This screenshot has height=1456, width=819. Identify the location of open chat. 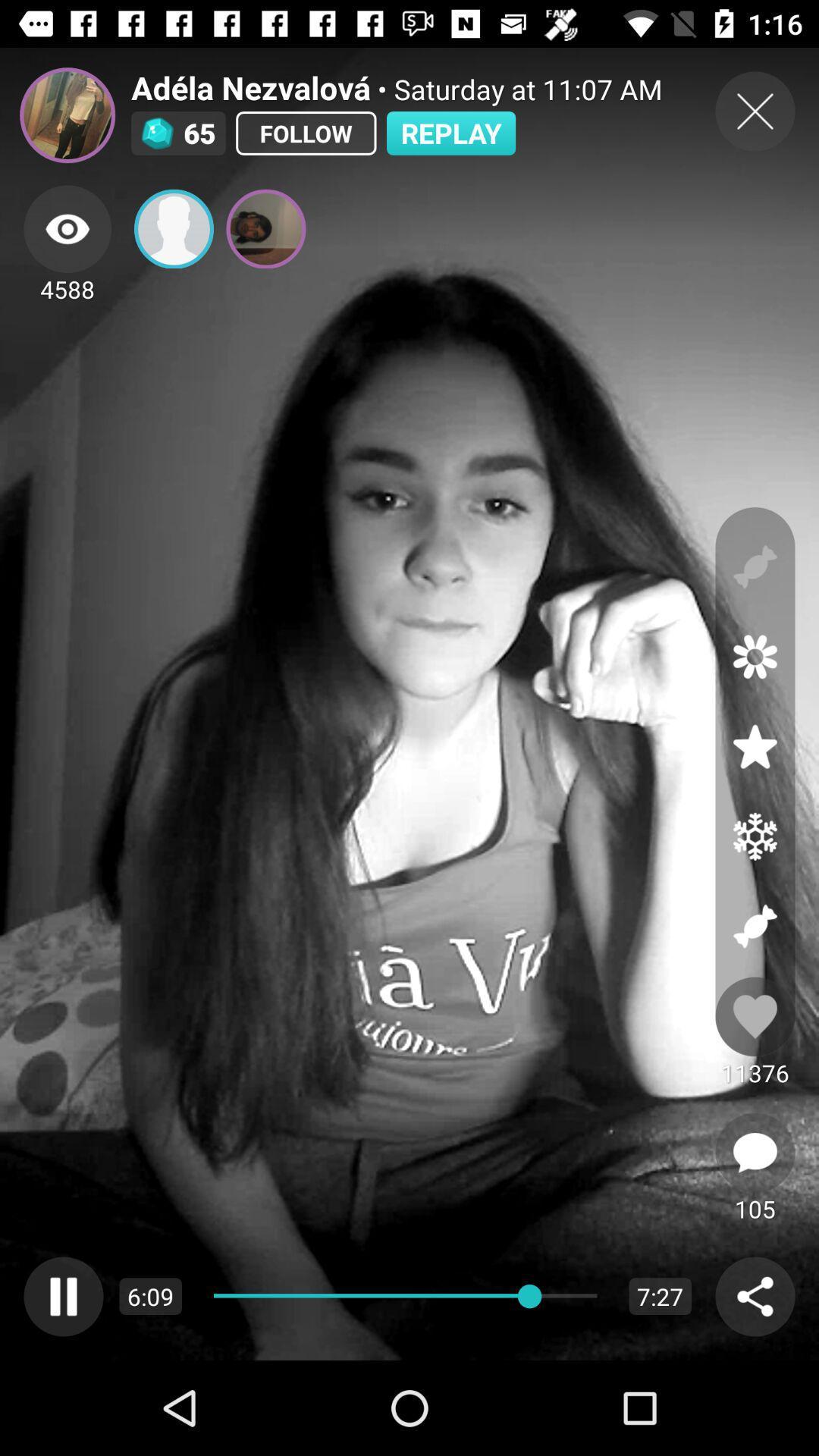
(755, 1153).